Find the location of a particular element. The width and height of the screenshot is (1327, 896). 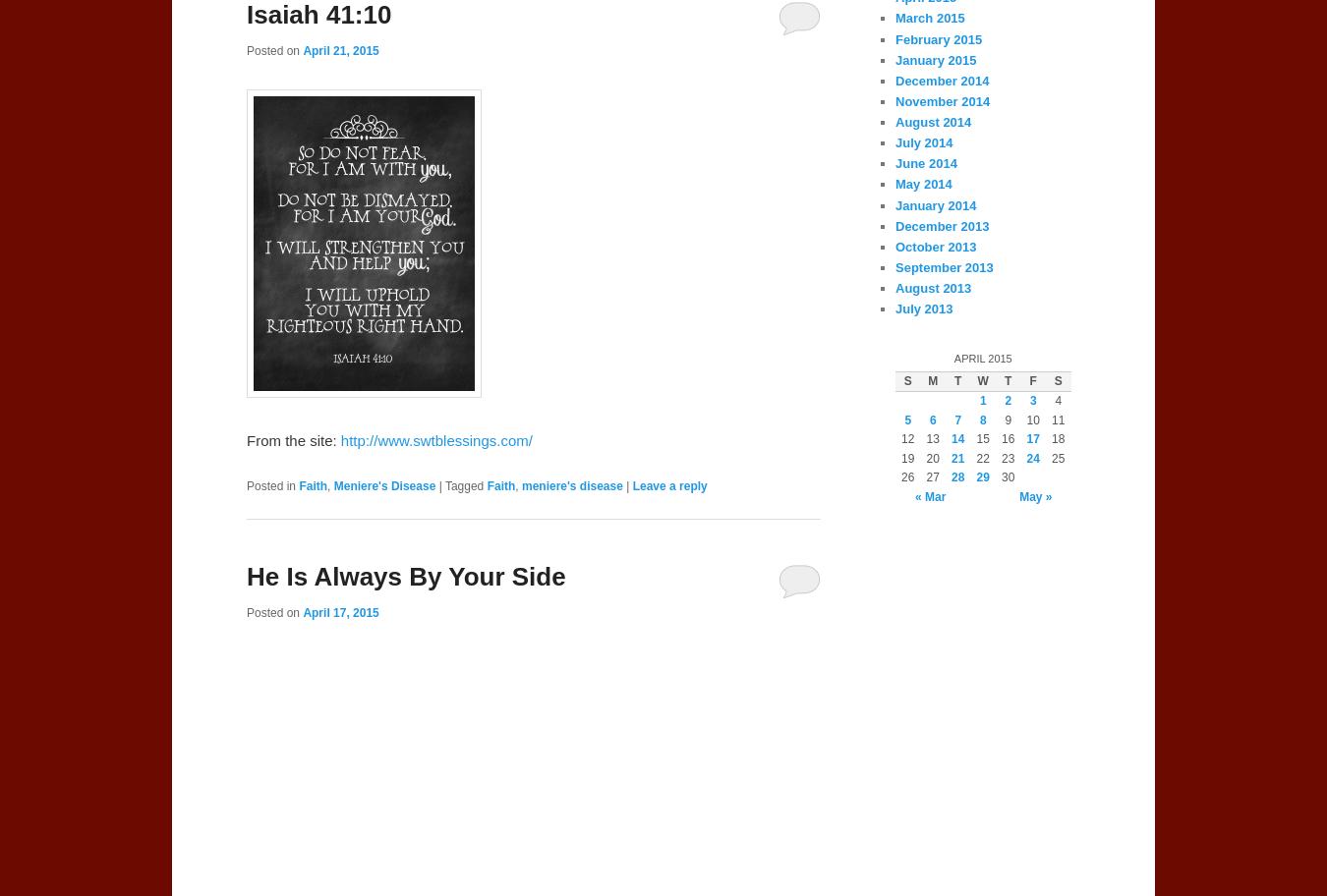

'20' is located at coordinates (931, 458).